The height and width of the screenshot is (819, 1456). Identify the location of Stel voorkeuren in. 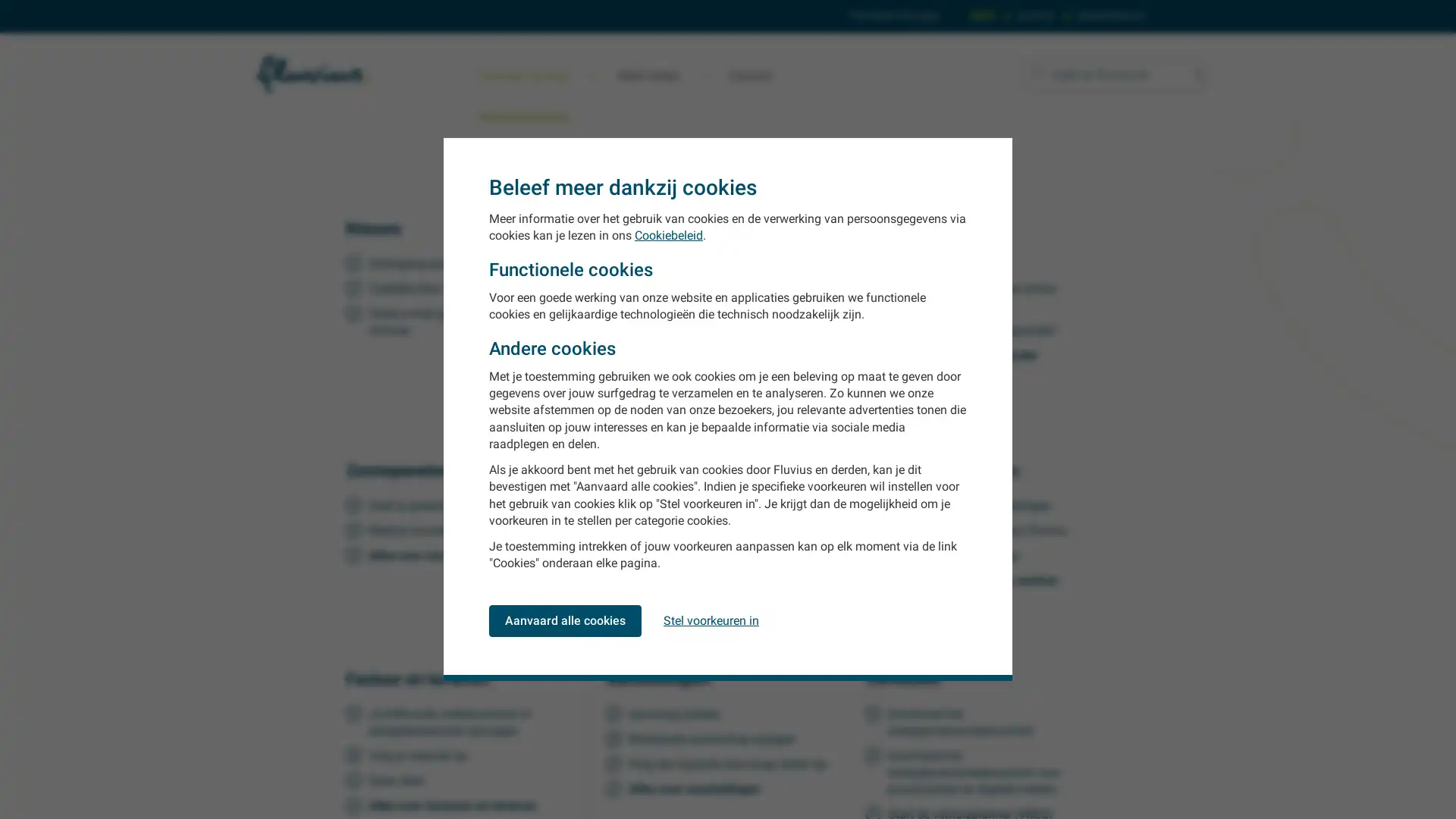
(710, 620).